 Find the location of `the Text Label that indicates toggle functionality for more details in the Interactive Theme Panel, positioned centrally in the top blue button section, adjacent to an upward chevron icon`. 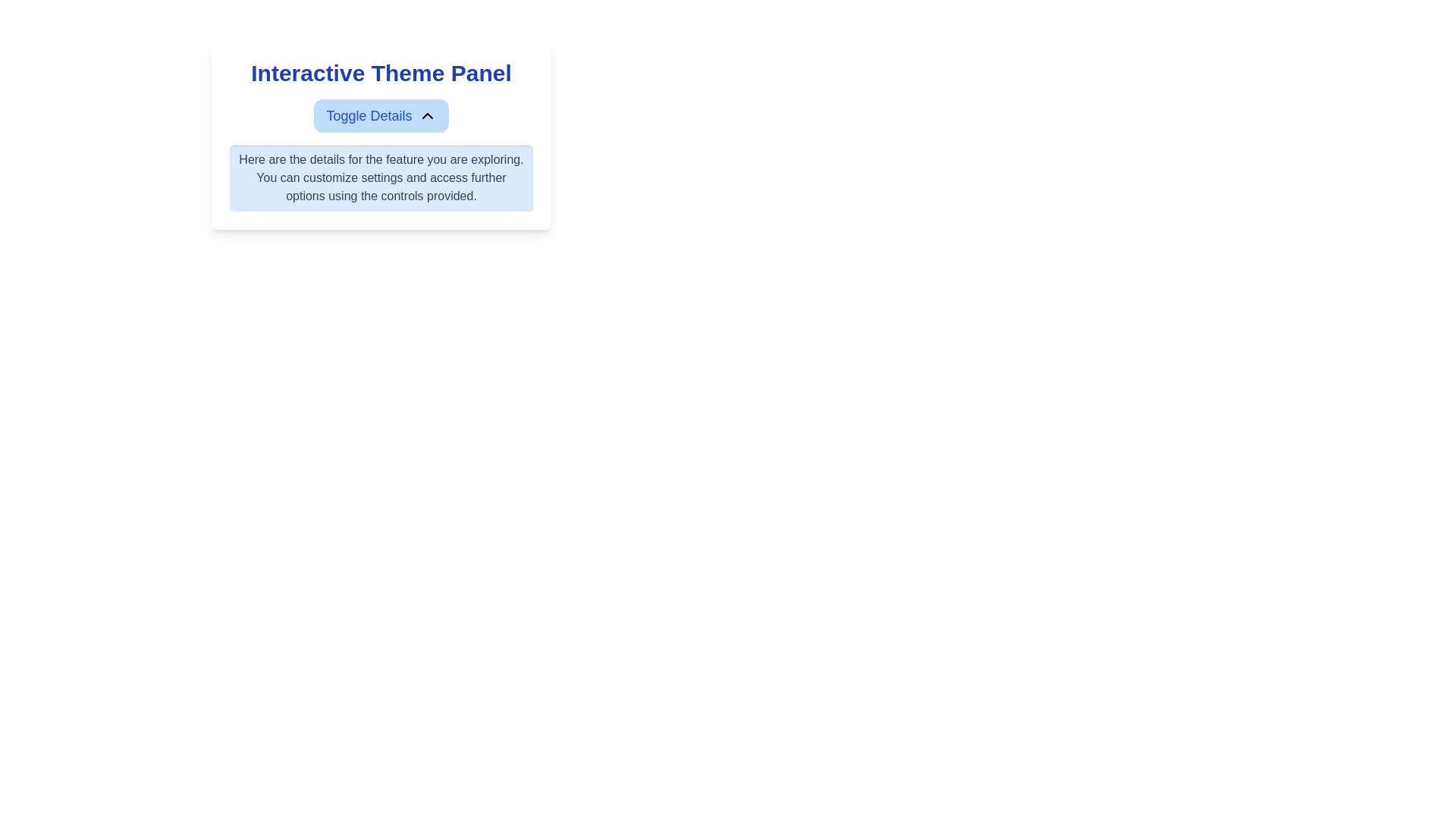

the Text Label that indicates toggle functionality for more details in the Interactive Theme Panel, positioned centrally in the top blue button section, adjacent to an upward chevron icon is located at coordinates (369, 115).